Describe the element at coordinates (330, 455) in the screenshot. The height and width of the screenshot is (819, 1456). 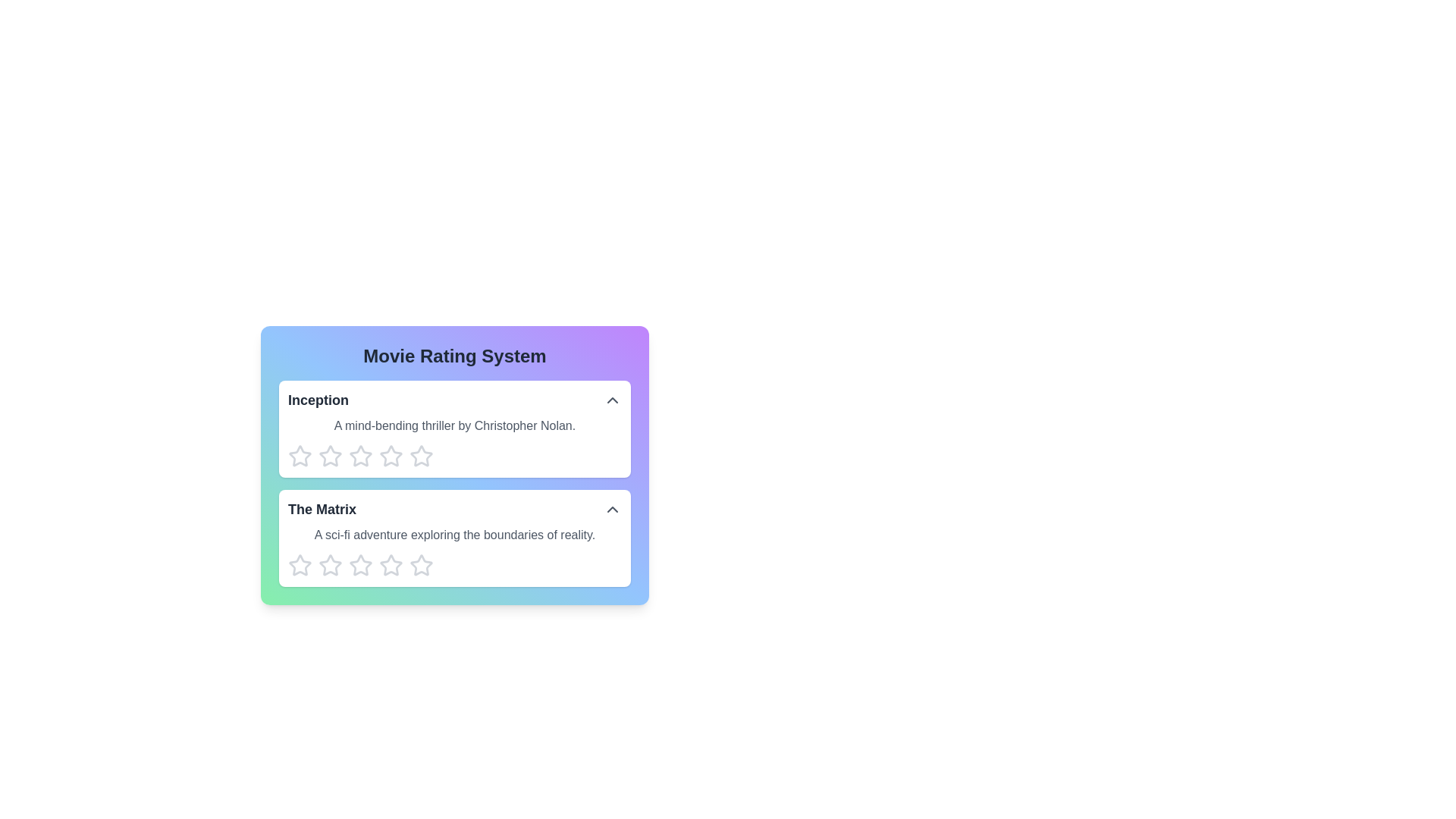
I see `the first star icon in the rating row under the movie titled 'Inception'` at that location.